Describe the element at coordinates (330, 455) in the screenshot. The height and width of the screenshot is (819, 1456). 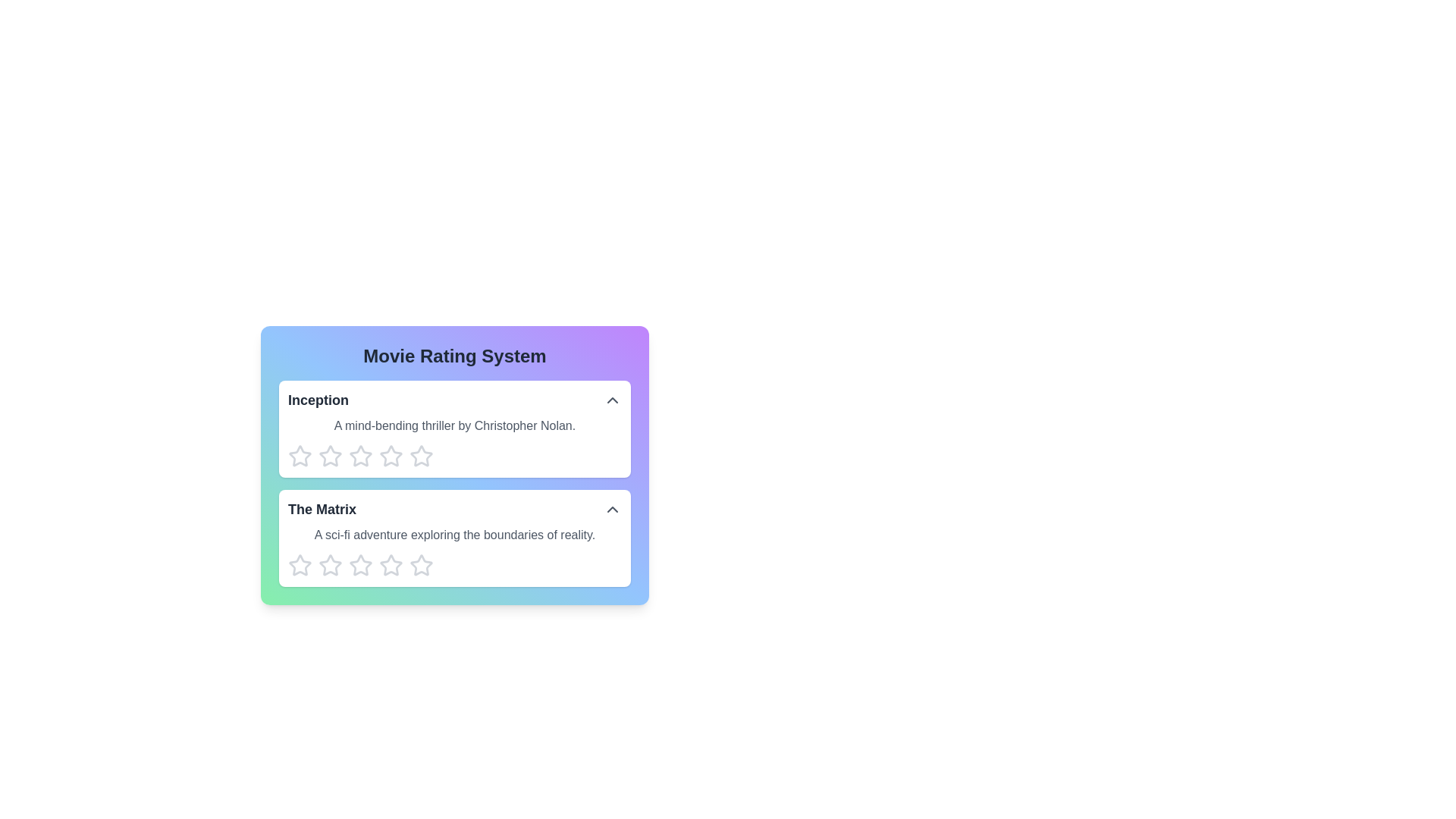
I see `the first star icon in the rating row under the movie titled 'Inception'` at that location.